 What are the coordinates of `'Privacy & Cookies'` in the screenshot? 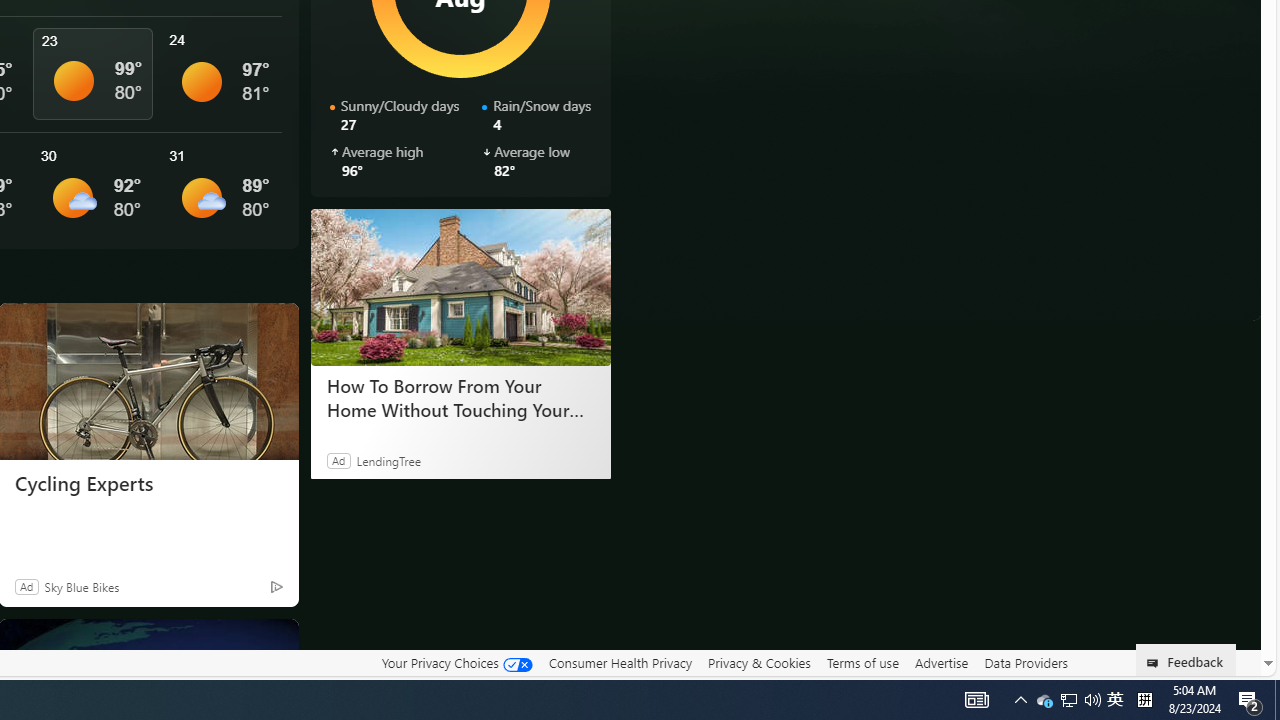 It's located at (758, 662).